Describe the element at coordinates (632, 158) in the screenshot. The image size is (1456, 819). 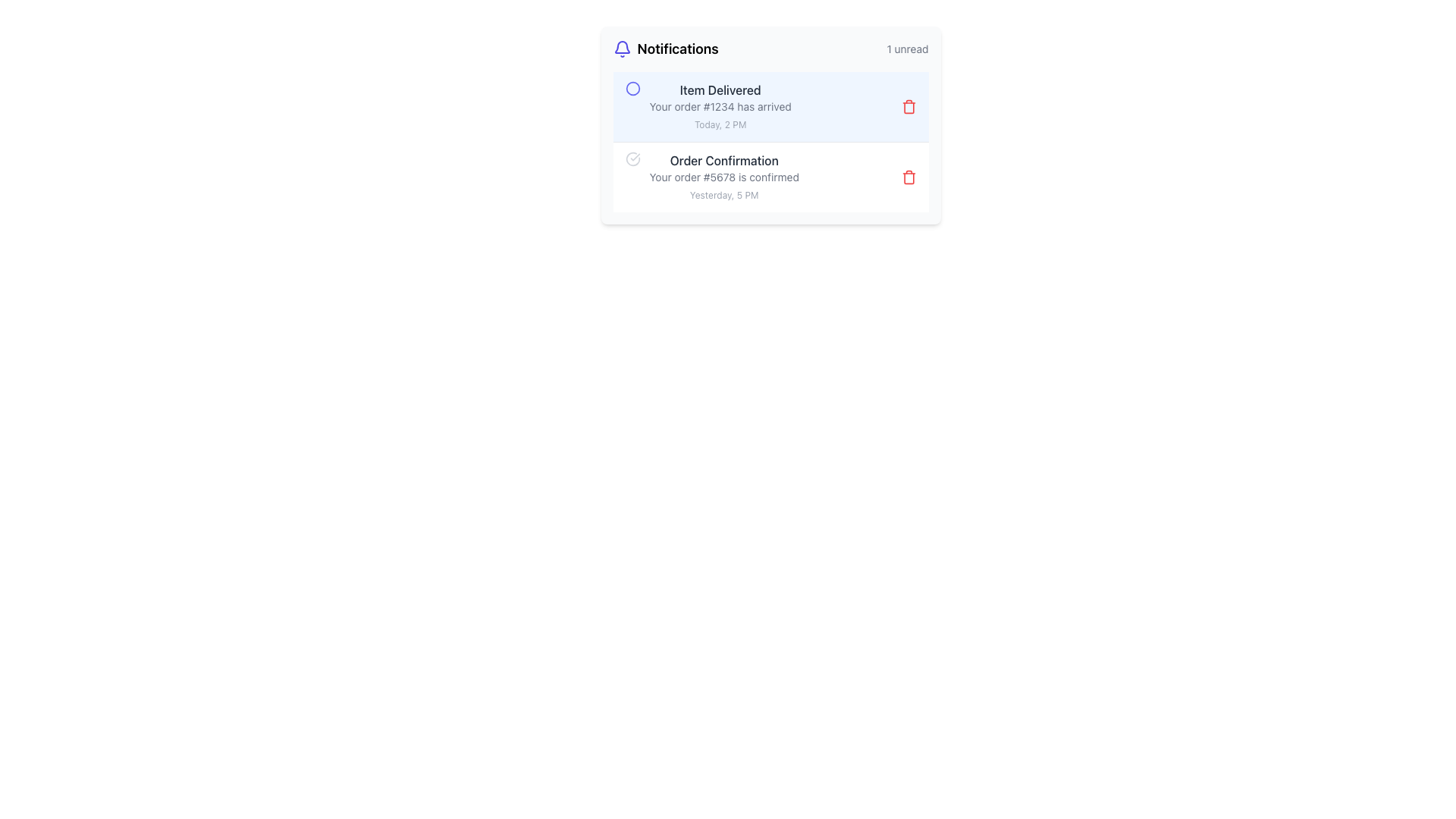
I see `the Status icon, which is a circle with a checkmark inside, indicating the order's completion, located on the left side of the 'Order Confirmation' notification` at that location.